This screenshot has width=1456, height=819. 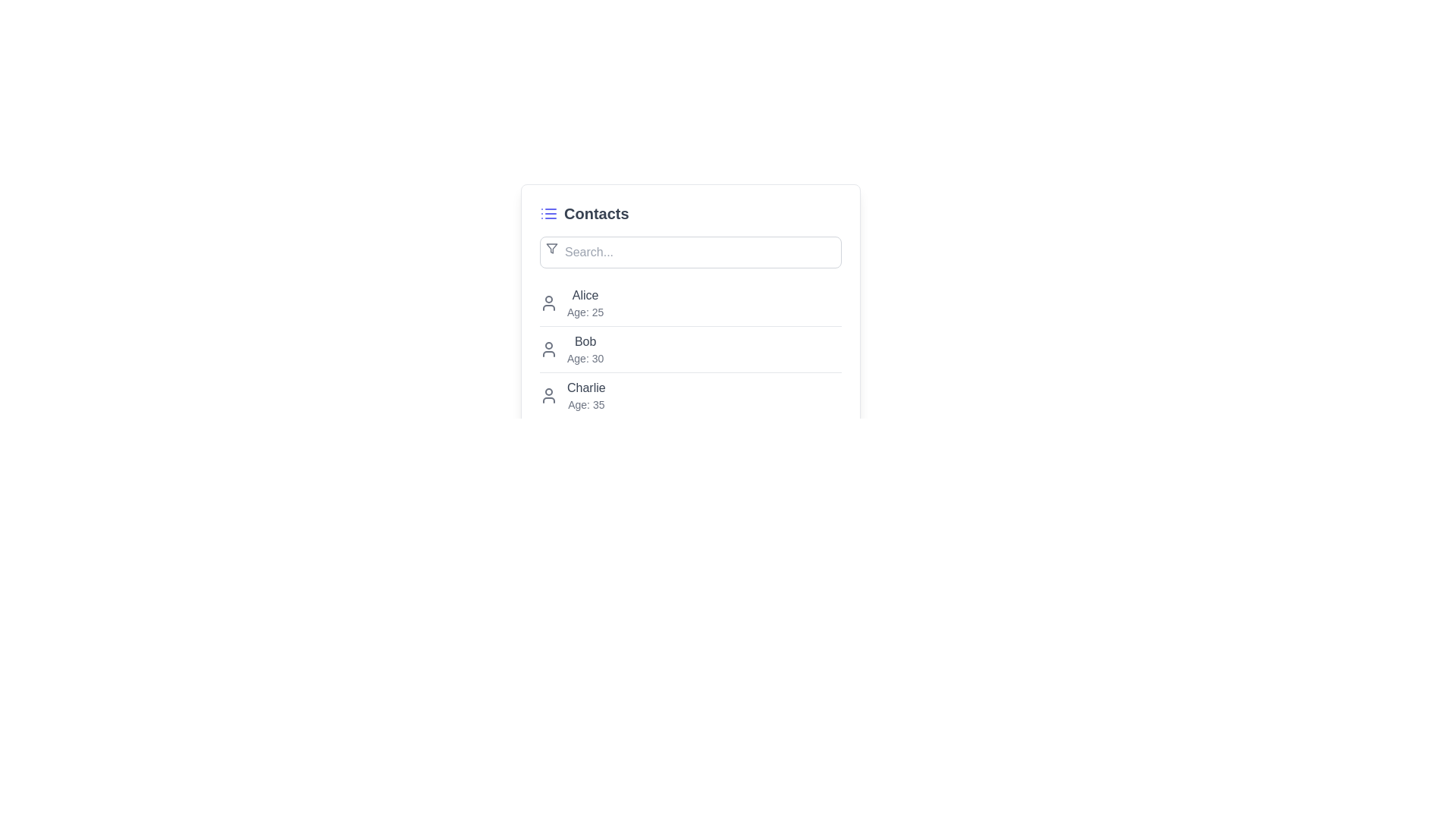 What do you see at coordinates (690, 350) in the screenshot?
I see `the second item in the vertical list of contact entries displaying a person's name and age in the 'Contacts' section` at bounding box center [690, 350].